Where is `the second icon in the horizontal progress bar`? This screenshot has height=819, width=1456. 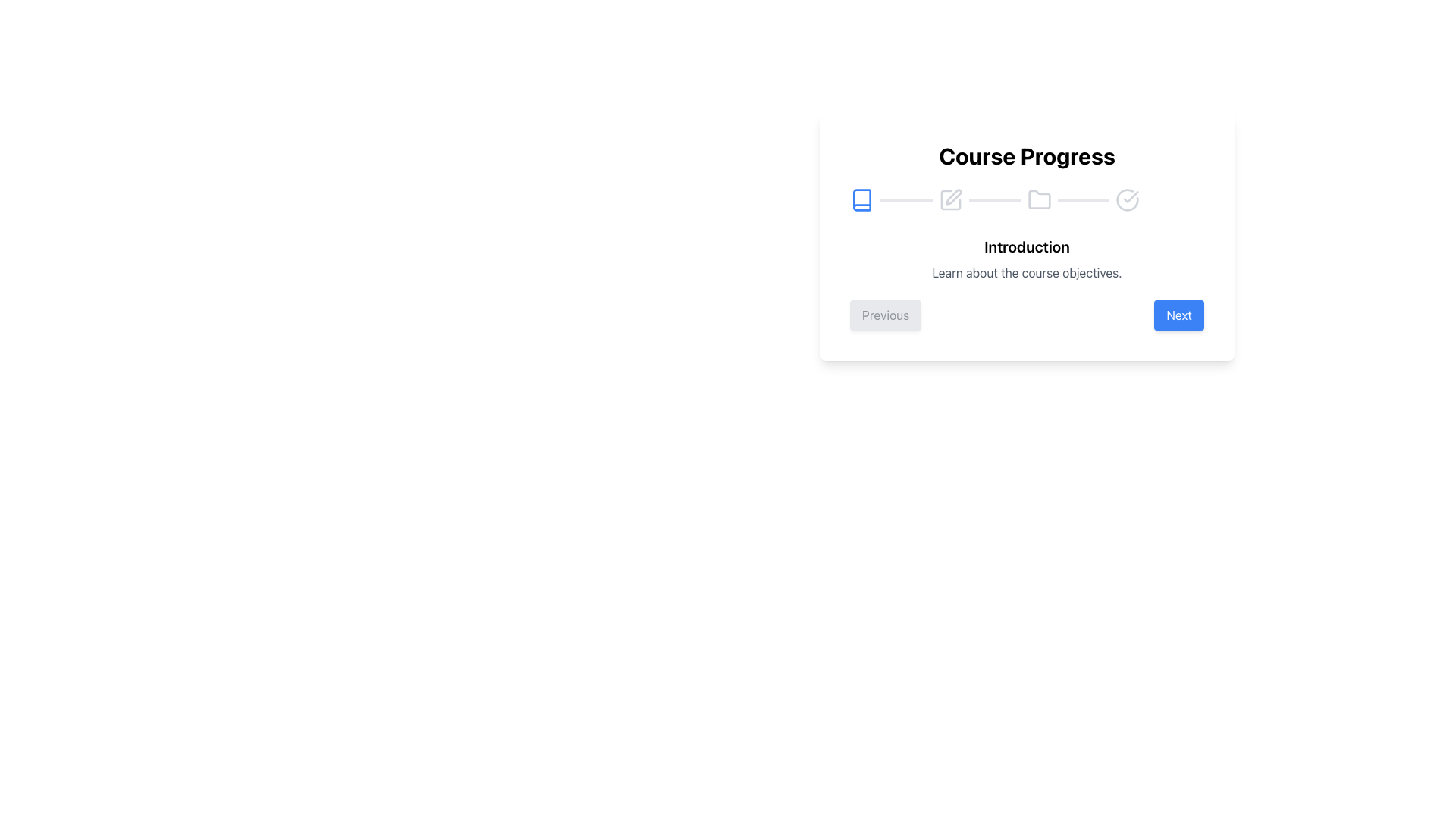 the second icon in the horizontal progress bar is located at coordinates (952, 196).